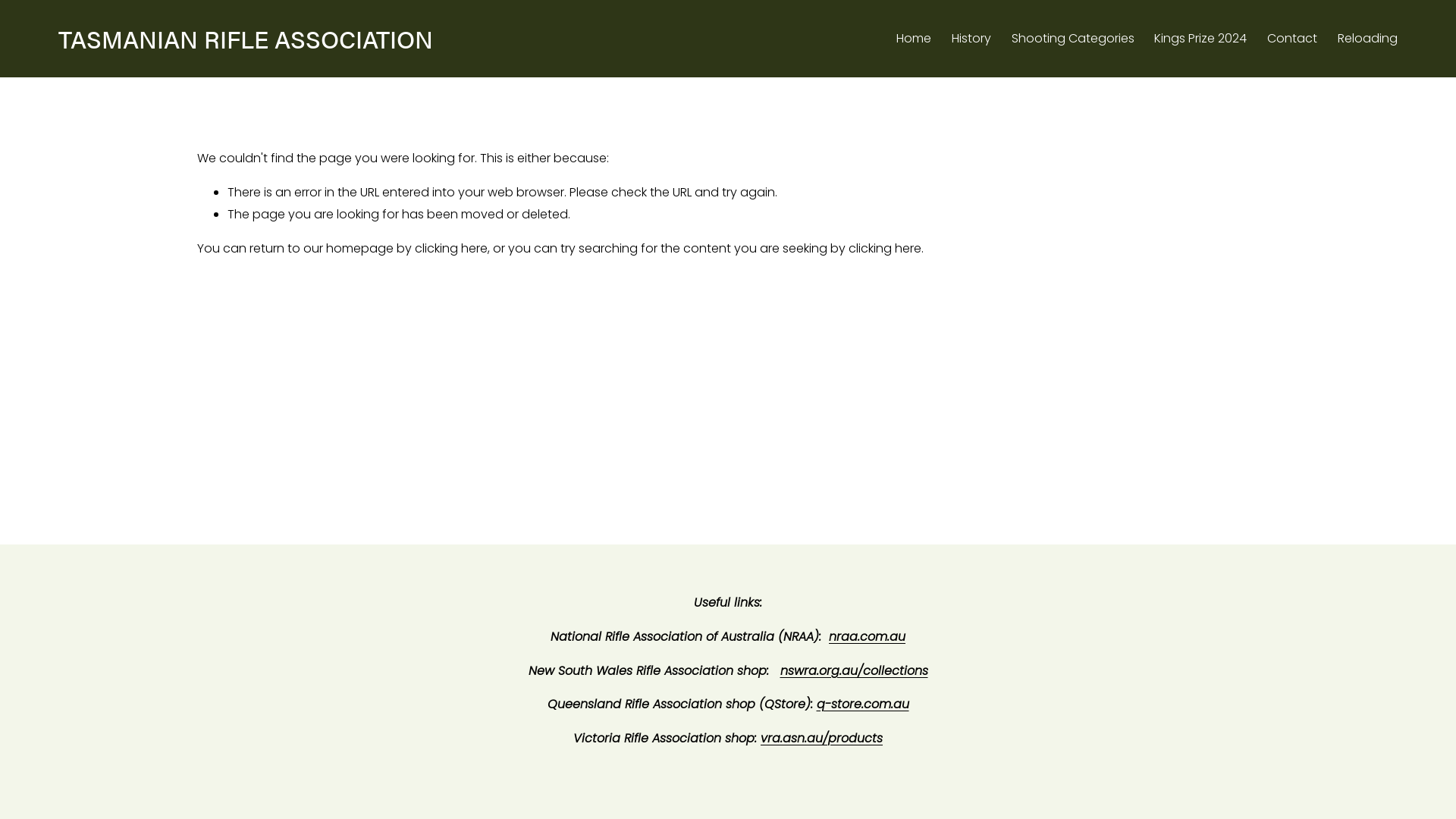 The width and height of the screenshot is (1456, 819). Describe the element at coordinates (847, 247) in the screenshot. I see `'clicking here'` at that location.